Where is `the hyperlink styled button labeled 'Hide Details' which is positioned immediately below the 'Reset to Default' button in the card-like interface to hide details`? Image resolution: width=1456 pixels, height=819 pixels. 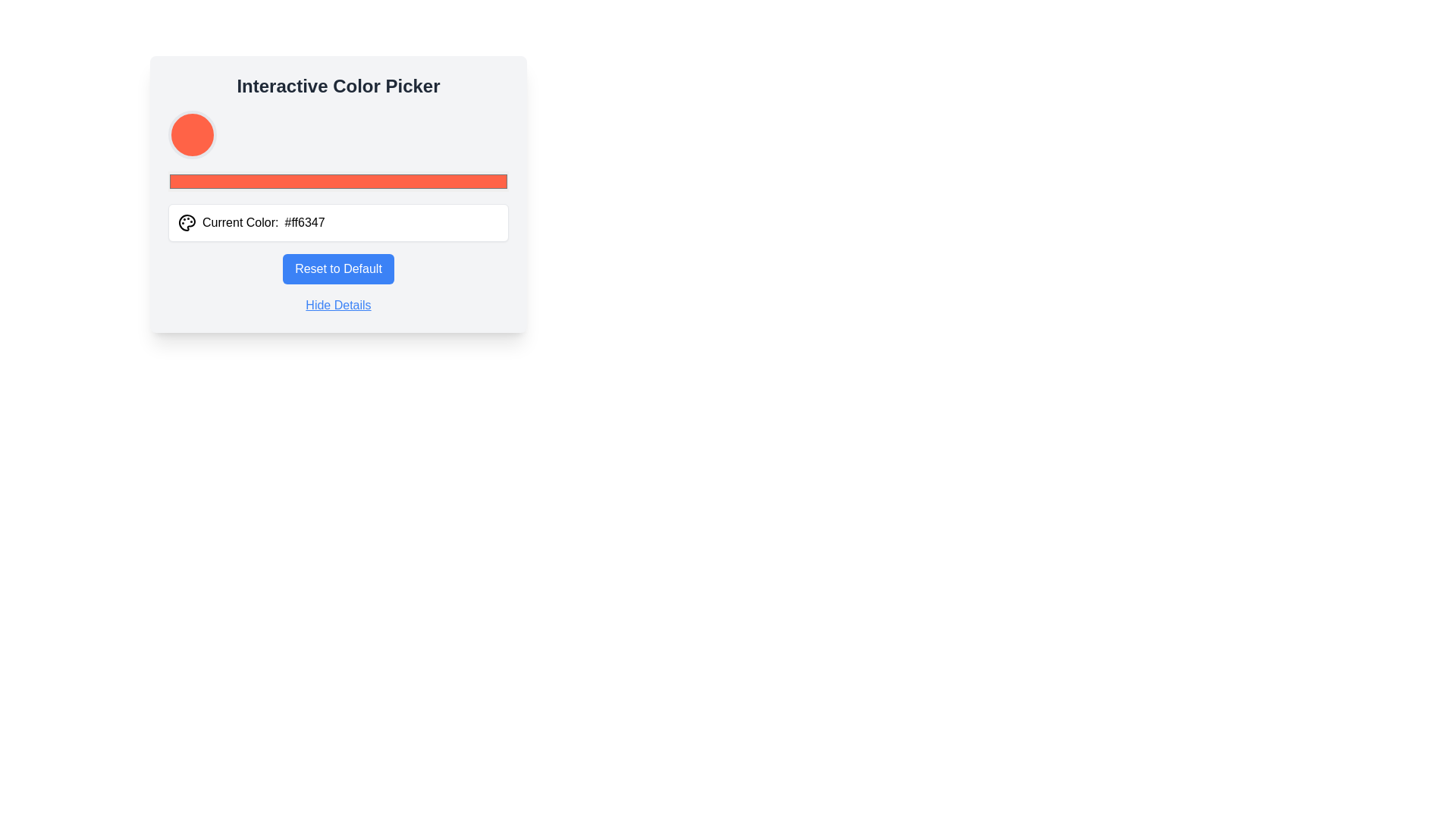
the hyperlink styled button labeled 'Hide Details' which is positioned immediately below the 'Reset to Default' button in the card-like interface to hide details is located at coordinates (337, 305).